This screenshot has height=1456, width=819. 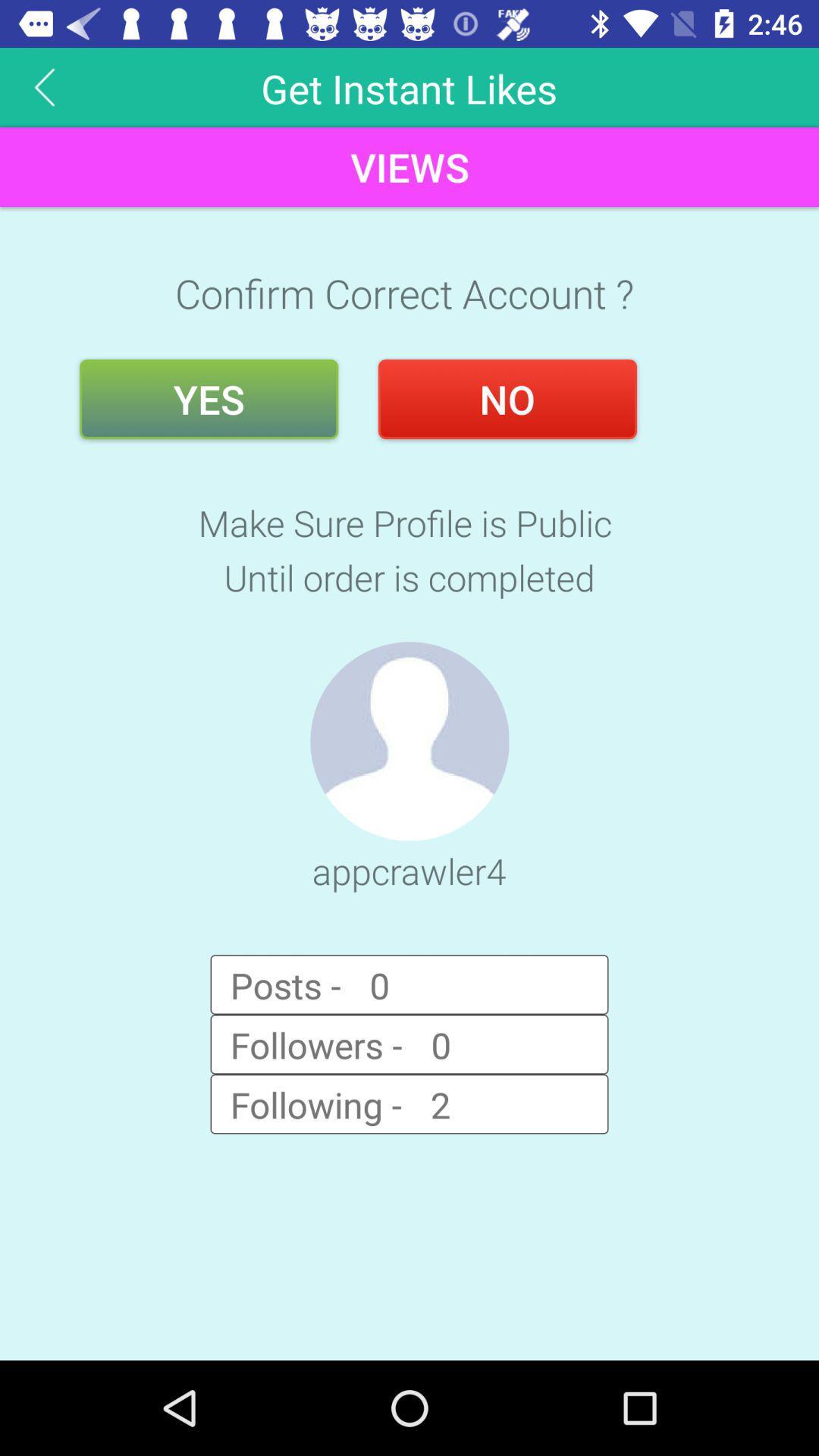 What do you see at coordinates (44, 86) in the screenshot?
I see `the app to the left of the get instant likes` at bounding box center [44, 86].